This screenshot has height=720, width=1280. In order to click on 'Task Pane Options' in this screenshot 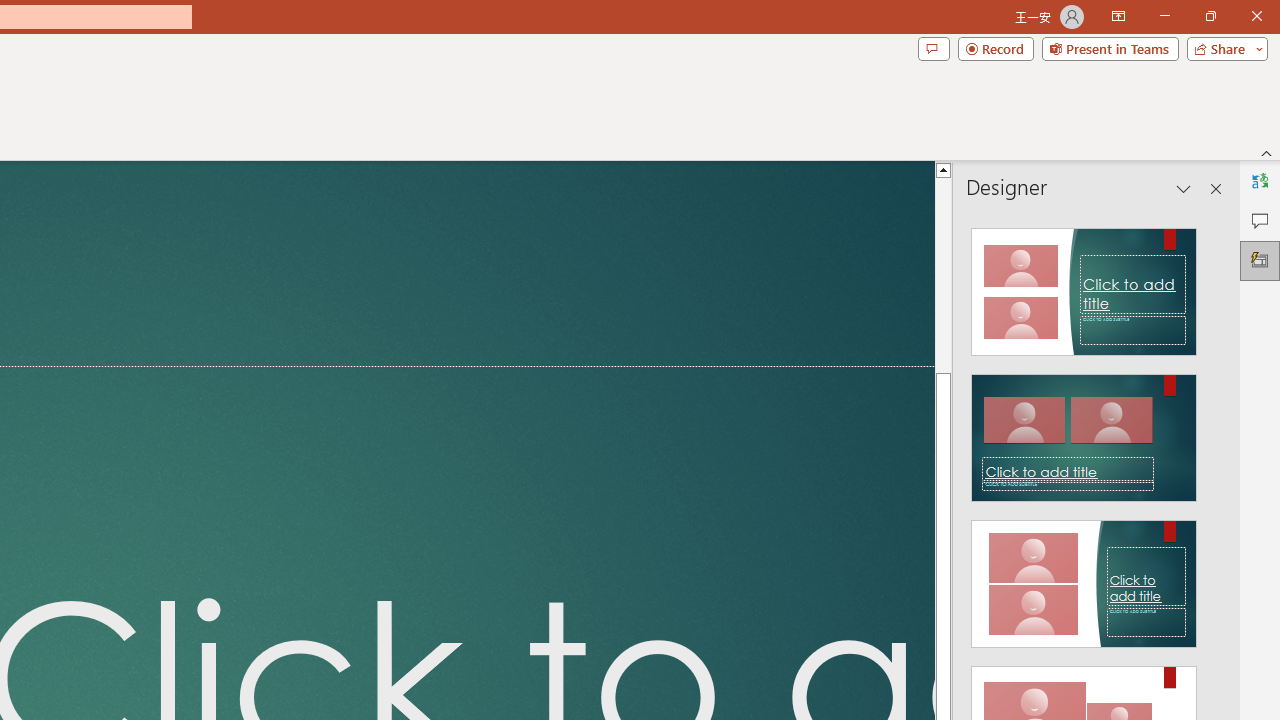, I will do `click(1184, 189)`.